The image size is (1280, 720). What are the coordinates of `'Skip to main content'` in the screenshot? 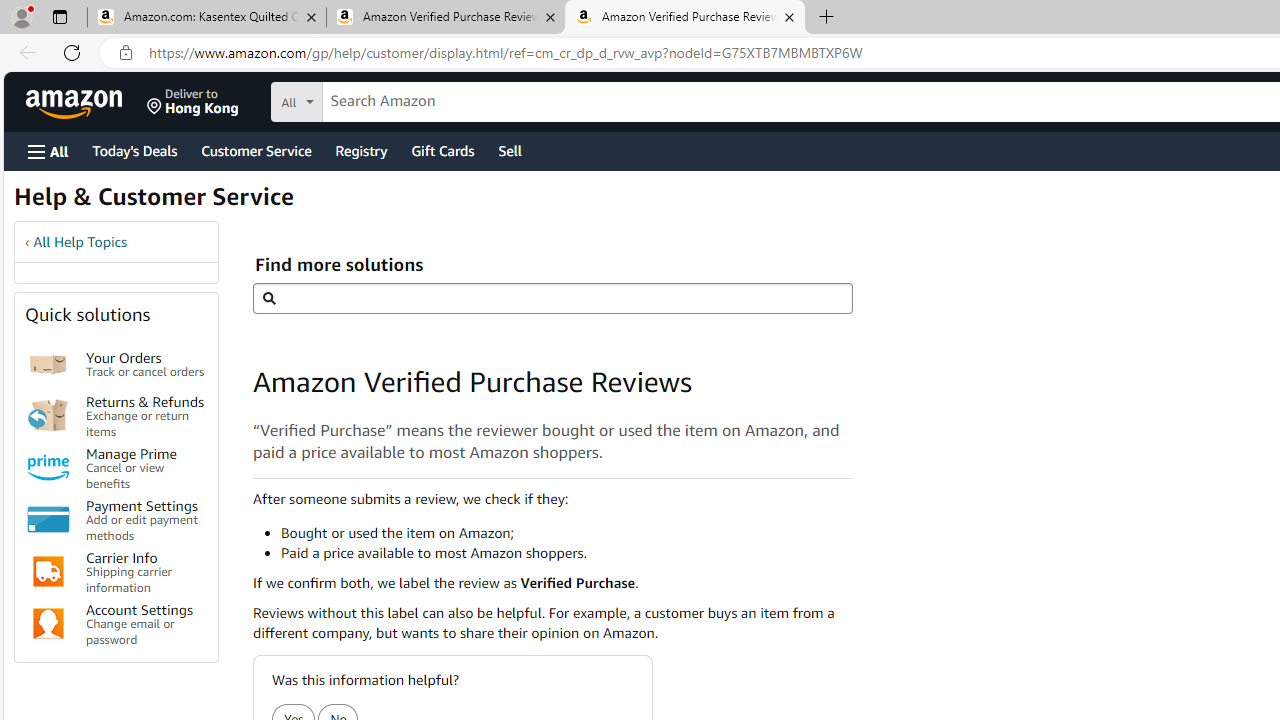 It's located at (86, 100).